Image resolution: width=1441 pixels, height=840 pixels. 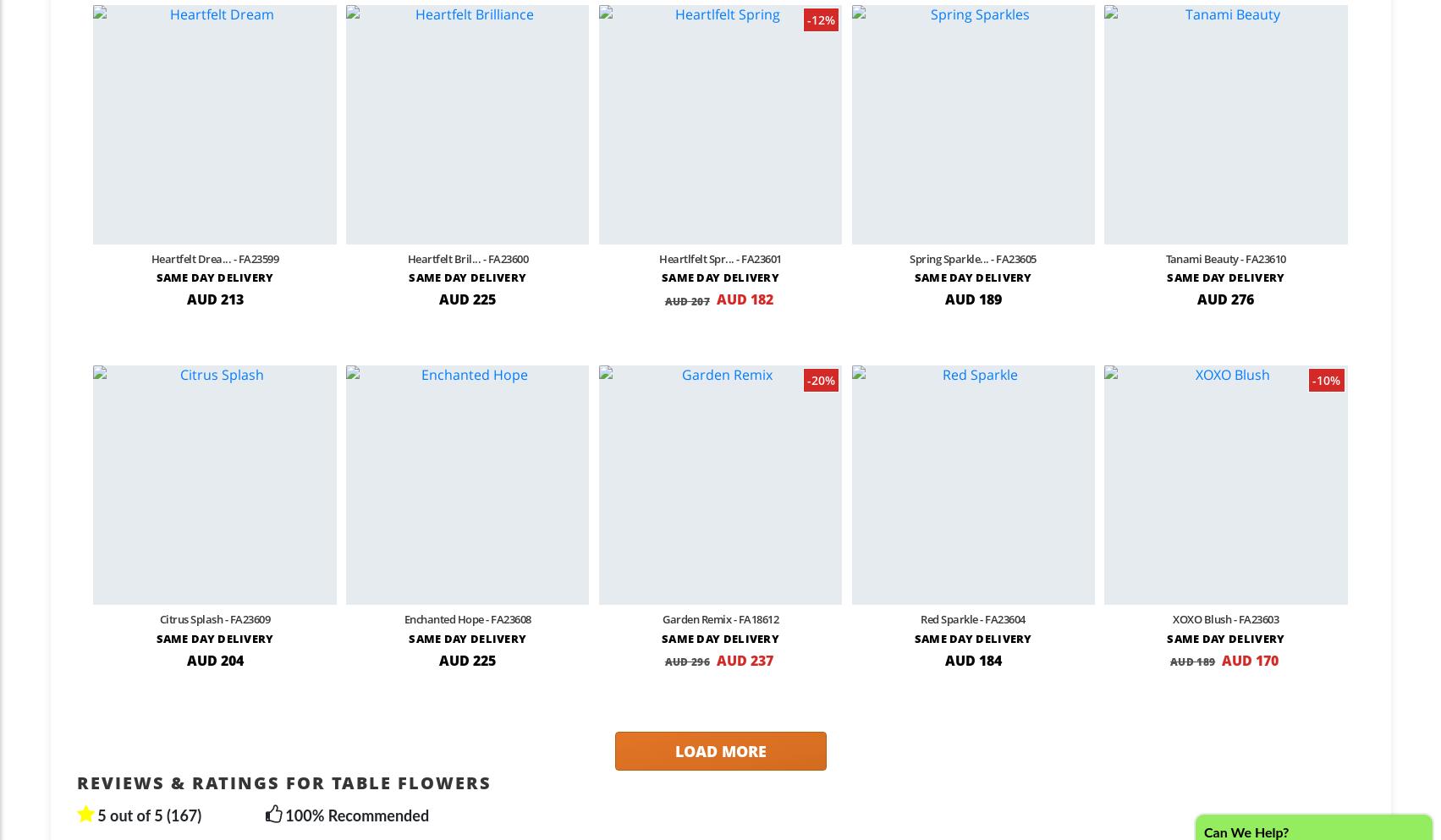 What do you see at coordinates (1250, 659) in the screenshot?
I see `'AUD 170'` at bounding box center [1250, 659].